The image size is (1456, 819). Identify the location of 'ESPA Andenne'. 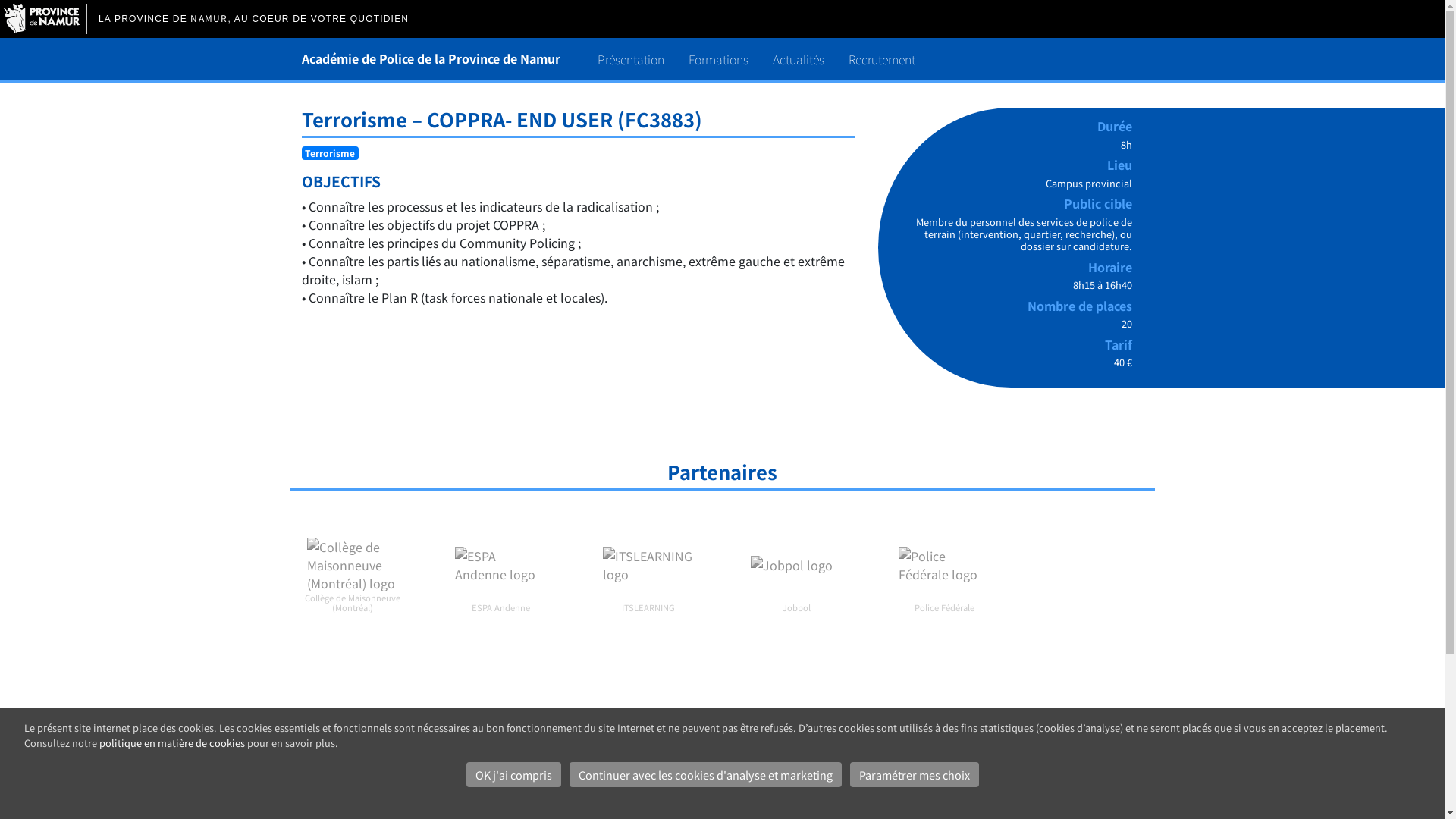
(500, 565).